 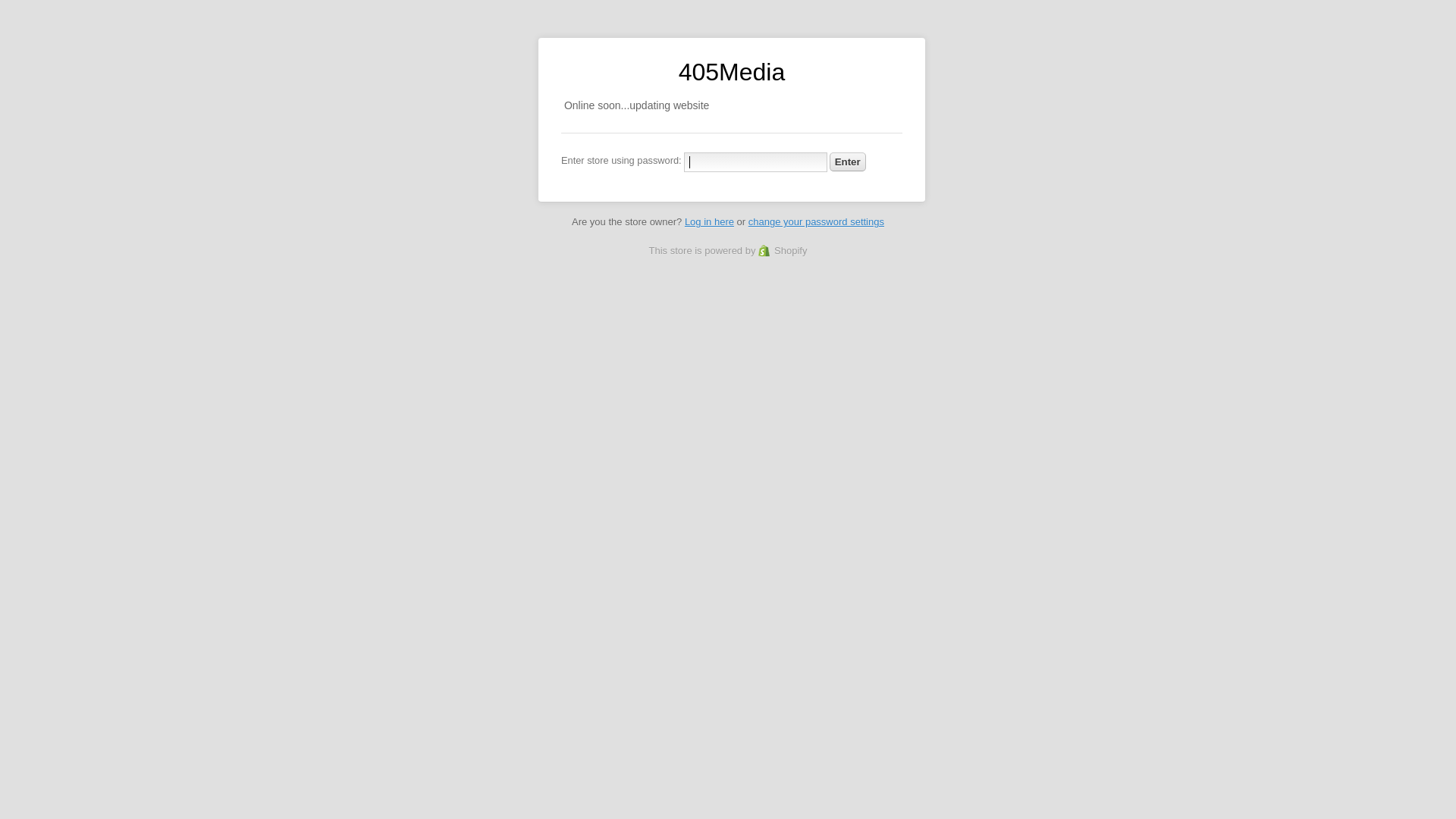 I want to click on 'Enter', so click(x=847, y=162).